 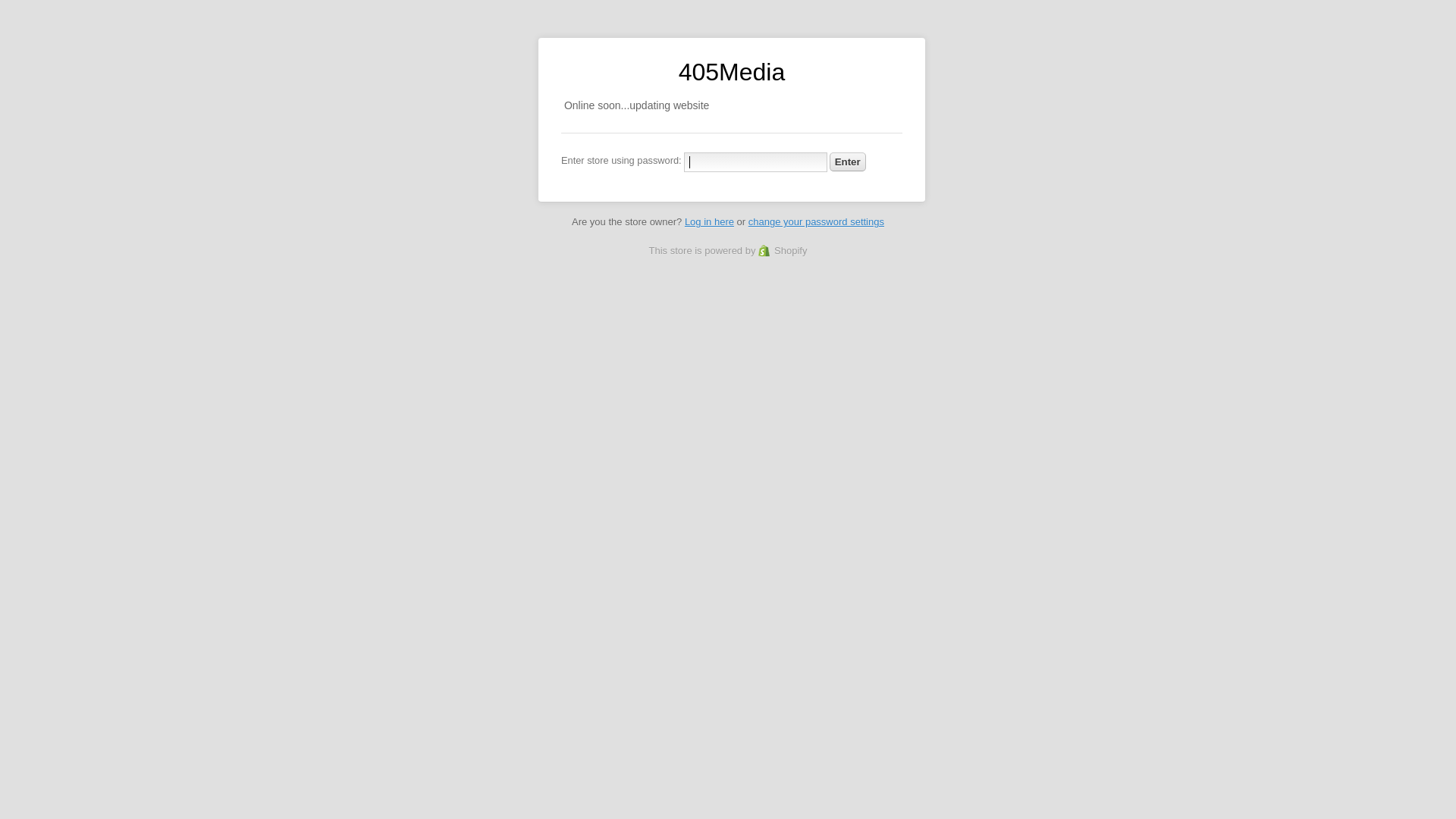 I want to click on 'Enter', so click(x=847, y=162).